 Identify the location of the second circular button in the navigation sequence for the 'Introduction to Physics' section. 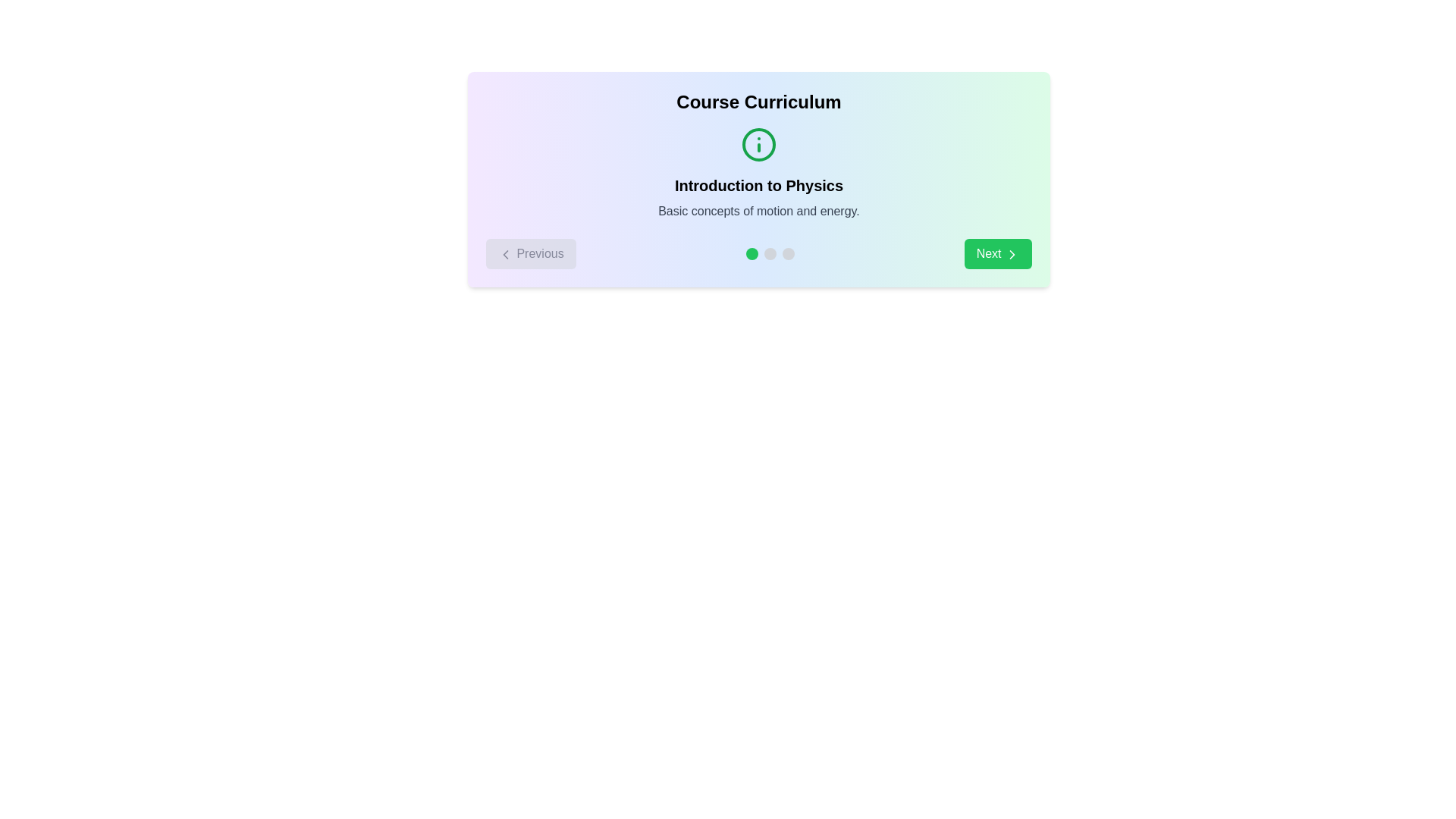
(770, 253).